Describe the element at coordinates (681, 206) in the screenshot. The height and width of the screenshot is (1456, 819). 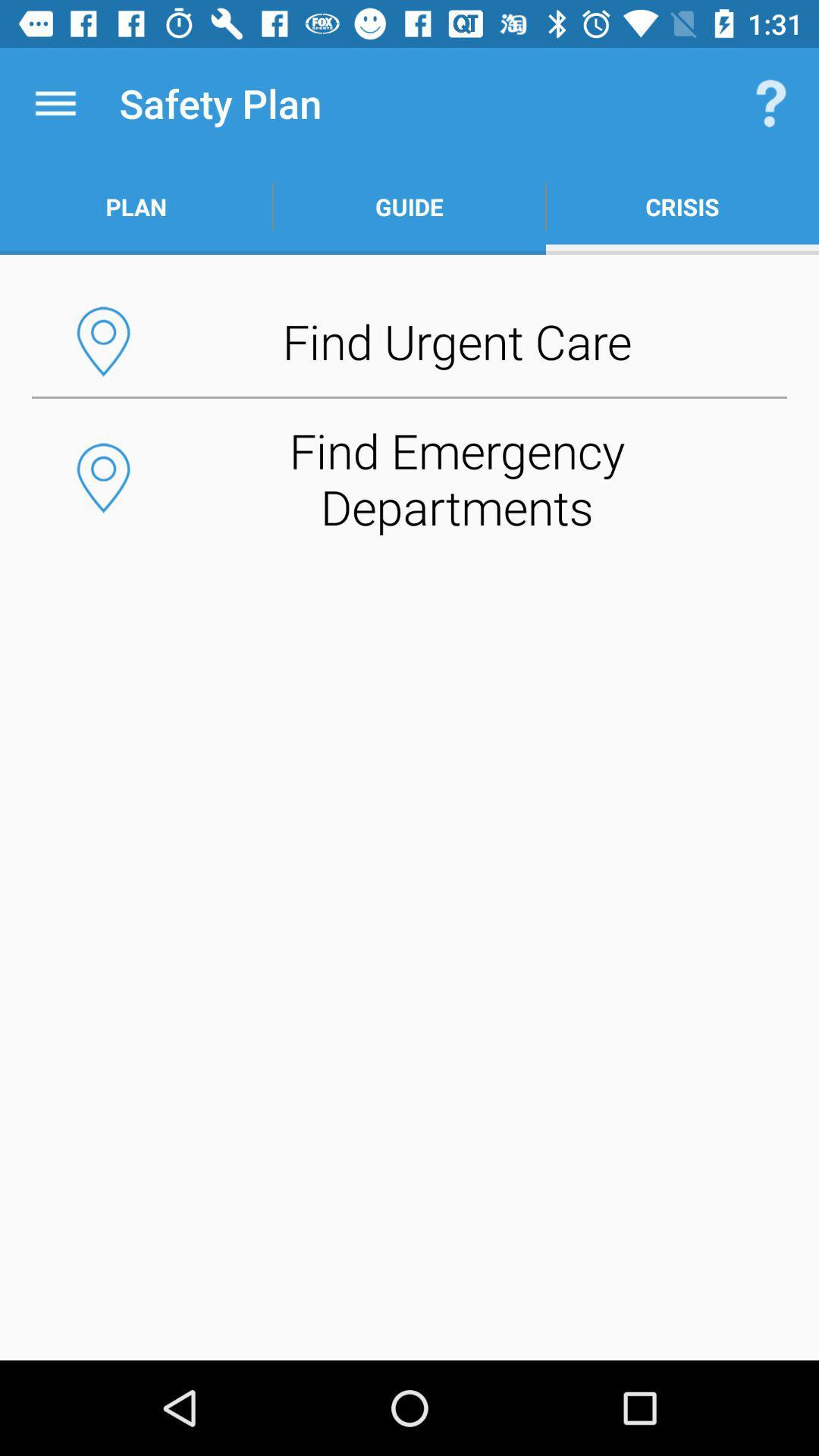
I see `the item to the right of the guide` at that location.